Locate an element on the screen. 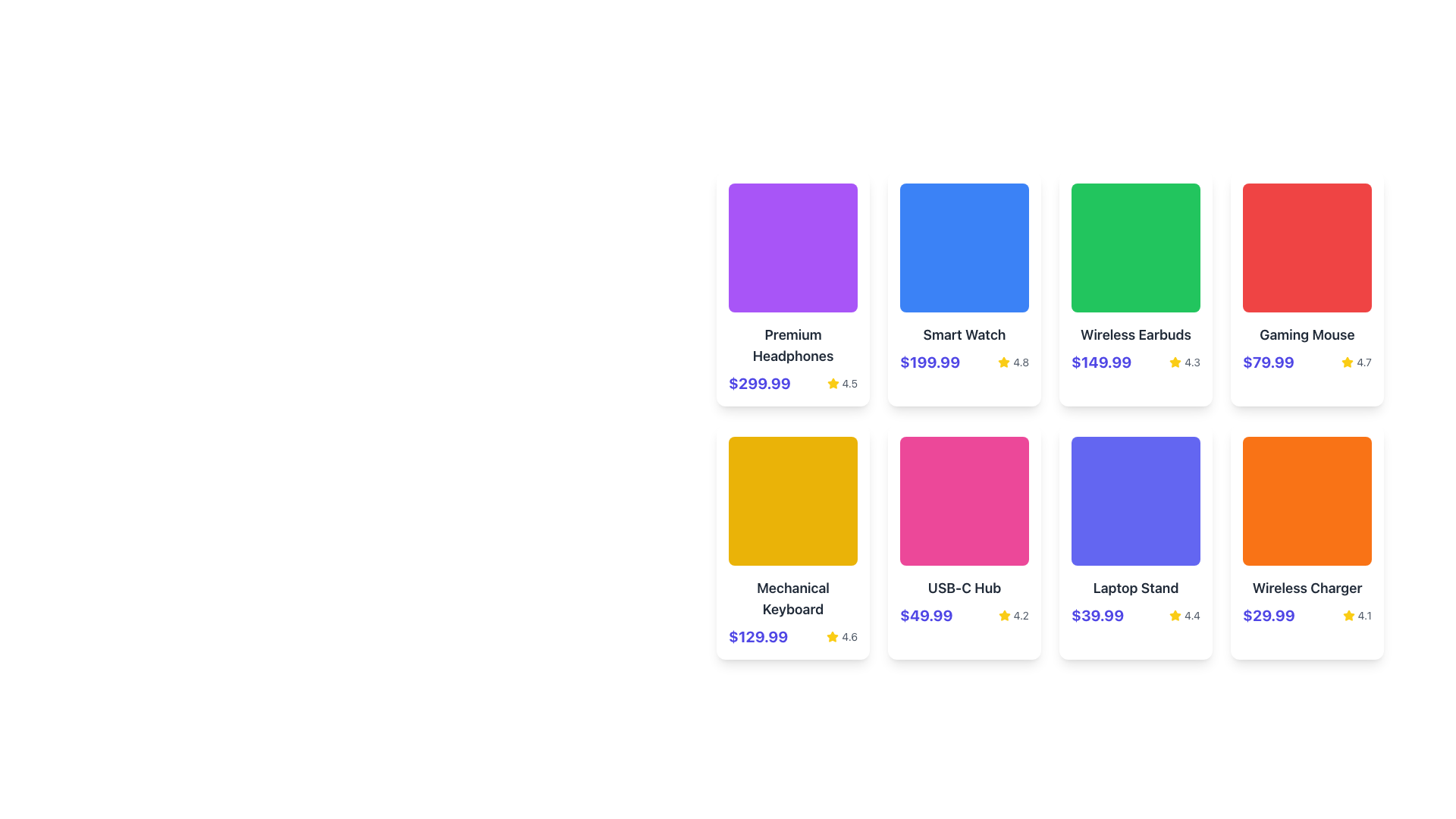 This screenshot has height=819, width=1456. the price tag and rating presentation element within the card layout for 'Wireless Earbuds', which is styled with a white background and rounded corners is located at coordinates (1135, 362).